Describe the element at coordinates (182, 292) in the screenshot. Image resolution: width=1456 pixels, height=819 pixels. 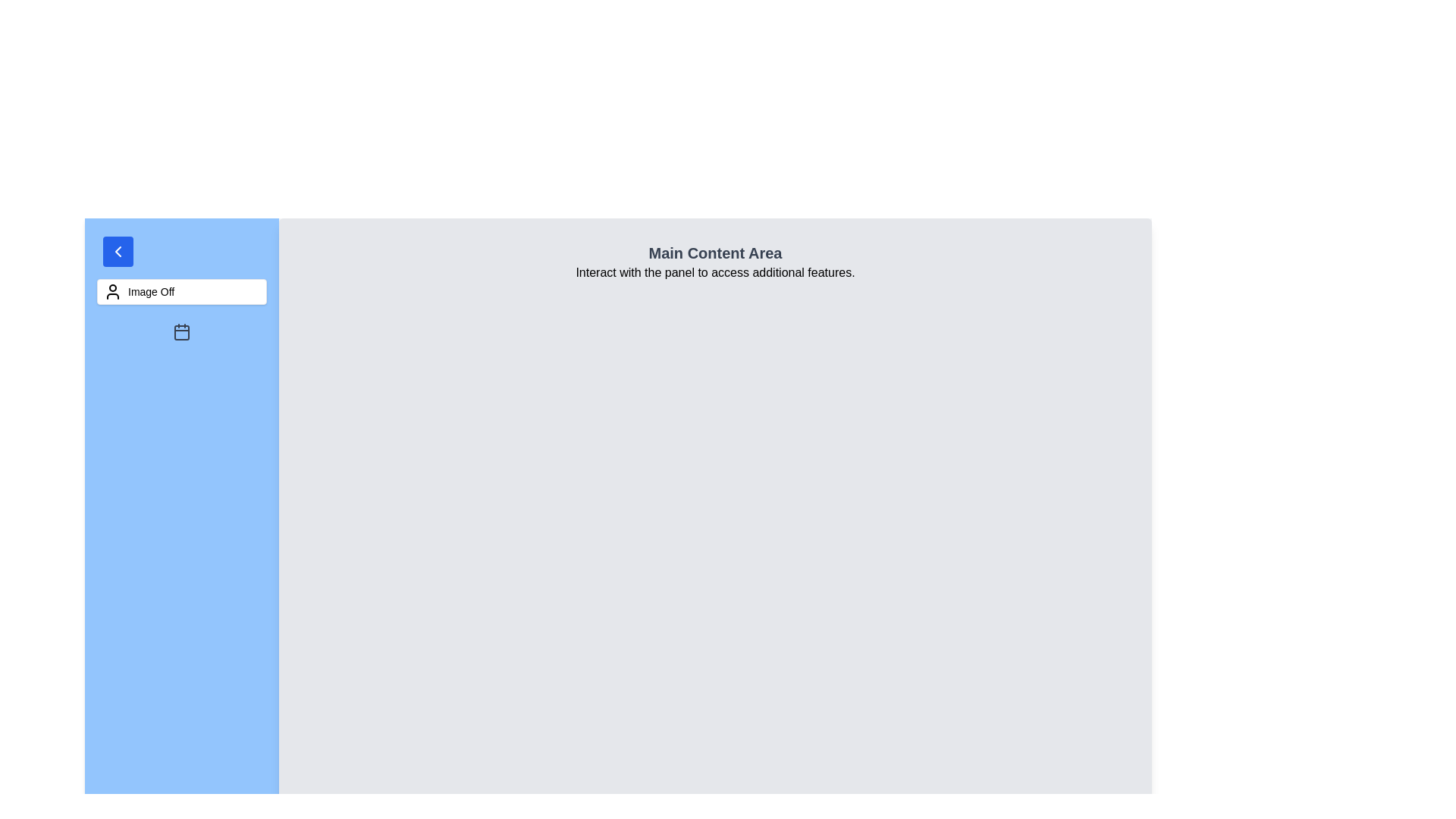
I see `the button labeled 'Image Off', which is a horizontal rectangular button with rounded corners, styled in white with a gray shadow, located in the upper-left corner of the interface within a blue sidebar panel` at that location.